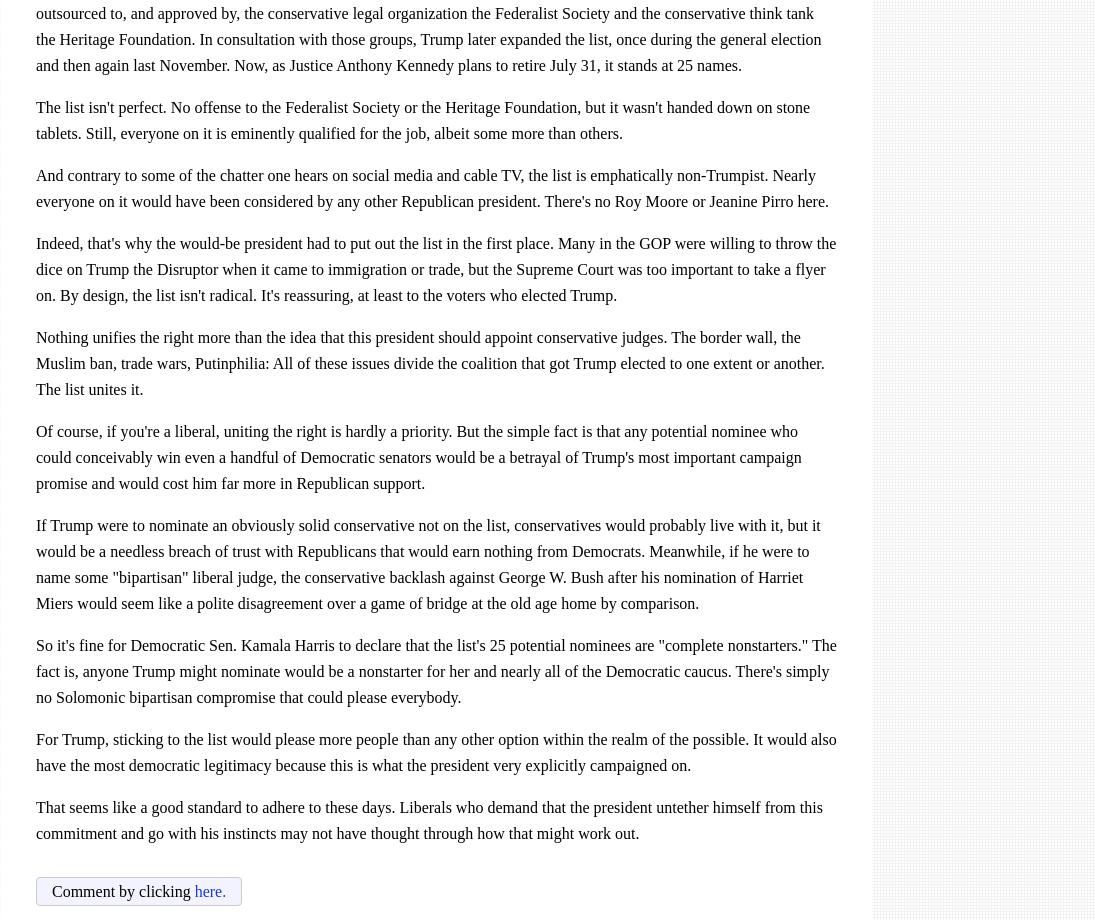 The width and height of the screenshot is (1095, 920). I want to click on 'That seems like a good standard to adhere to these days. Liberals who demand that the president untether himself from this commitment and go with his instincts may not have thought through how that might work out.', so click(428, 819).